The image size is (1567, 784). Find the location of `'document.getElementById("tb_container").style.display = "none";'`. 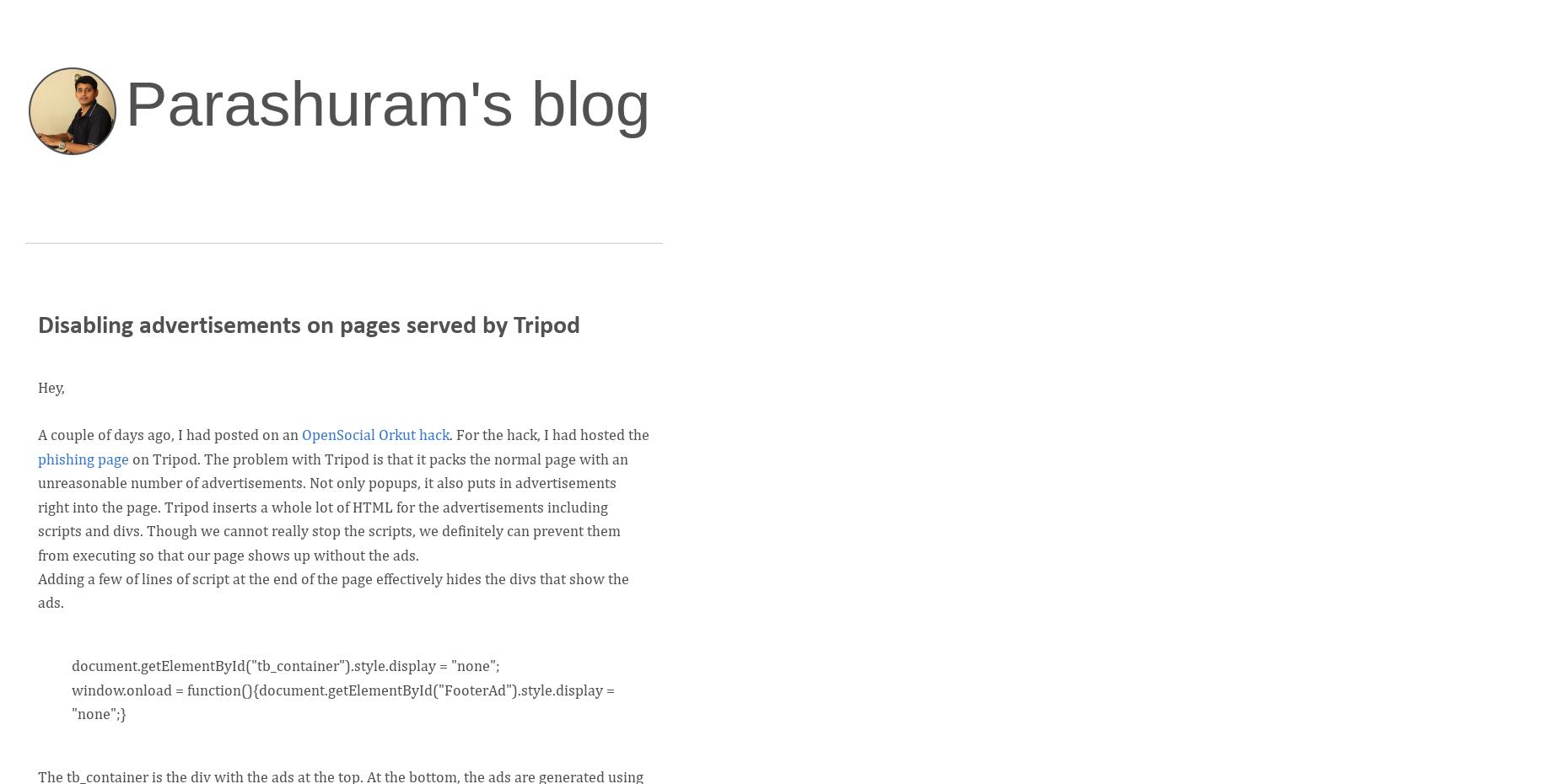

'document.getElementById("tb_container").style.display = "none";' is located at coordinates (286, 665).